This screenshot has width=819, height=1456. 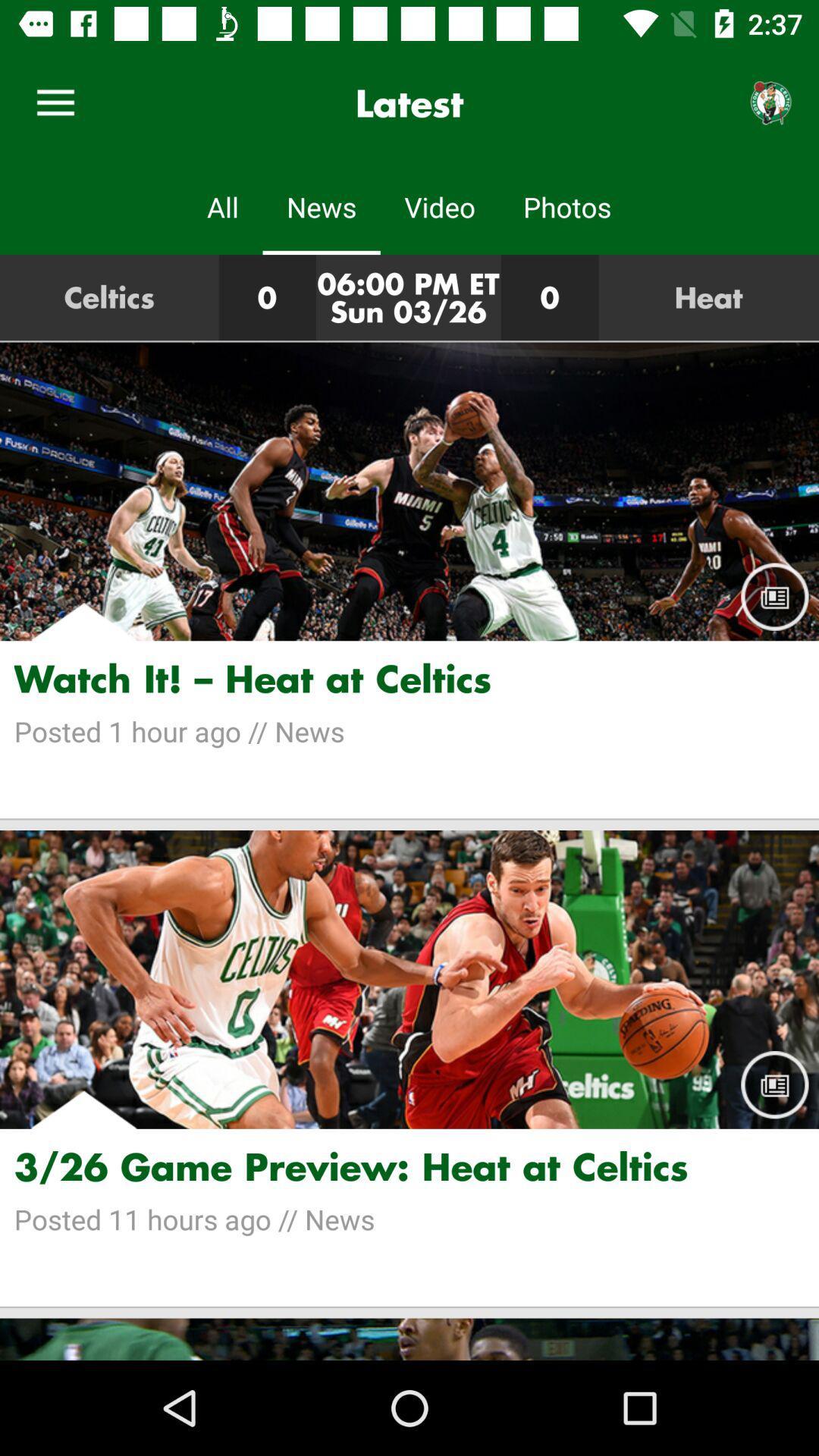 I want to click on icon above the celtics item, so click(x=55, y=102).